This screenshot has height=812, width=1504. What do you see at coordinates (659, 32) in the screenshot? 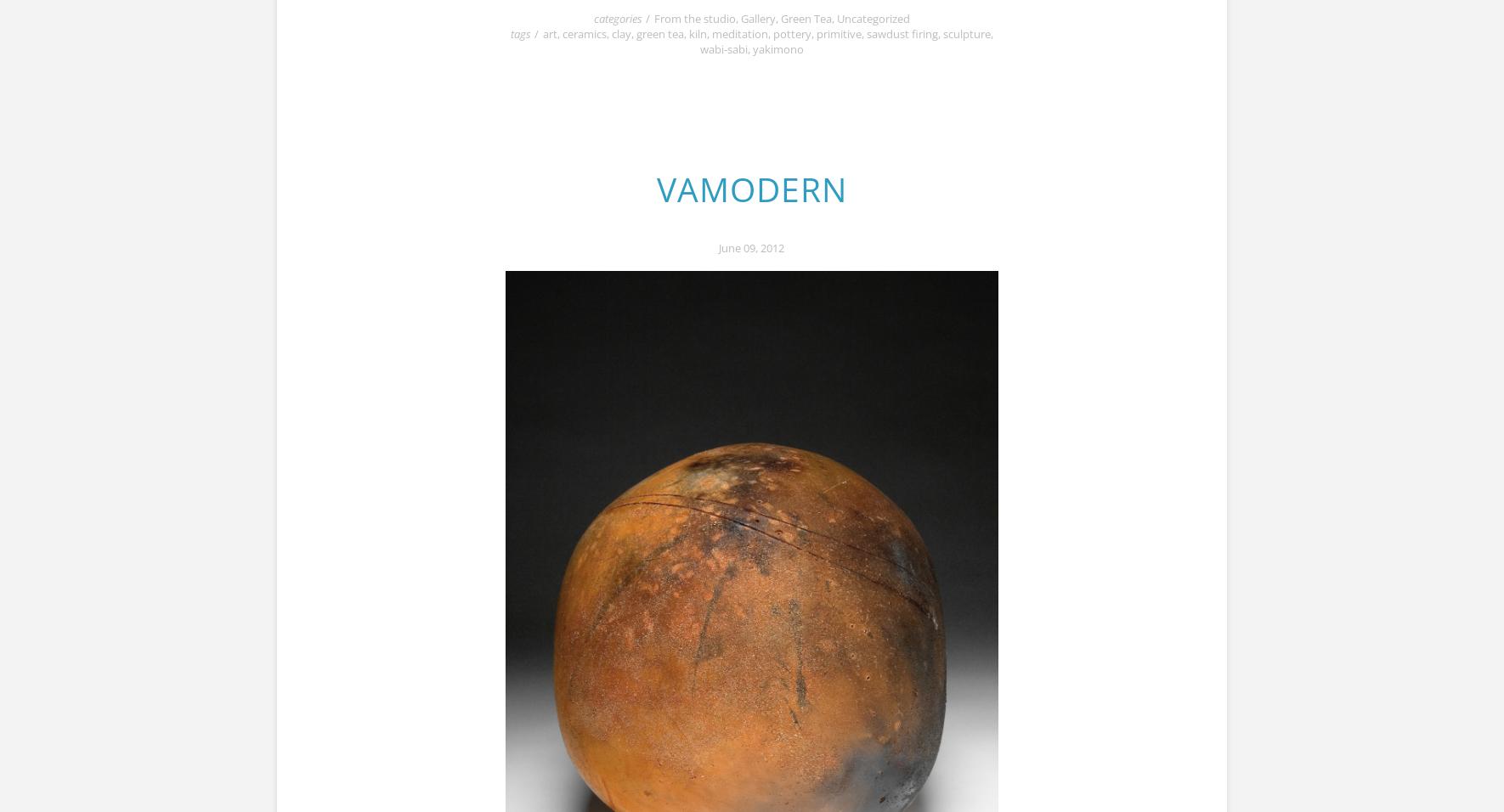
I see `'green tea'` at bounding box center [659, 32].